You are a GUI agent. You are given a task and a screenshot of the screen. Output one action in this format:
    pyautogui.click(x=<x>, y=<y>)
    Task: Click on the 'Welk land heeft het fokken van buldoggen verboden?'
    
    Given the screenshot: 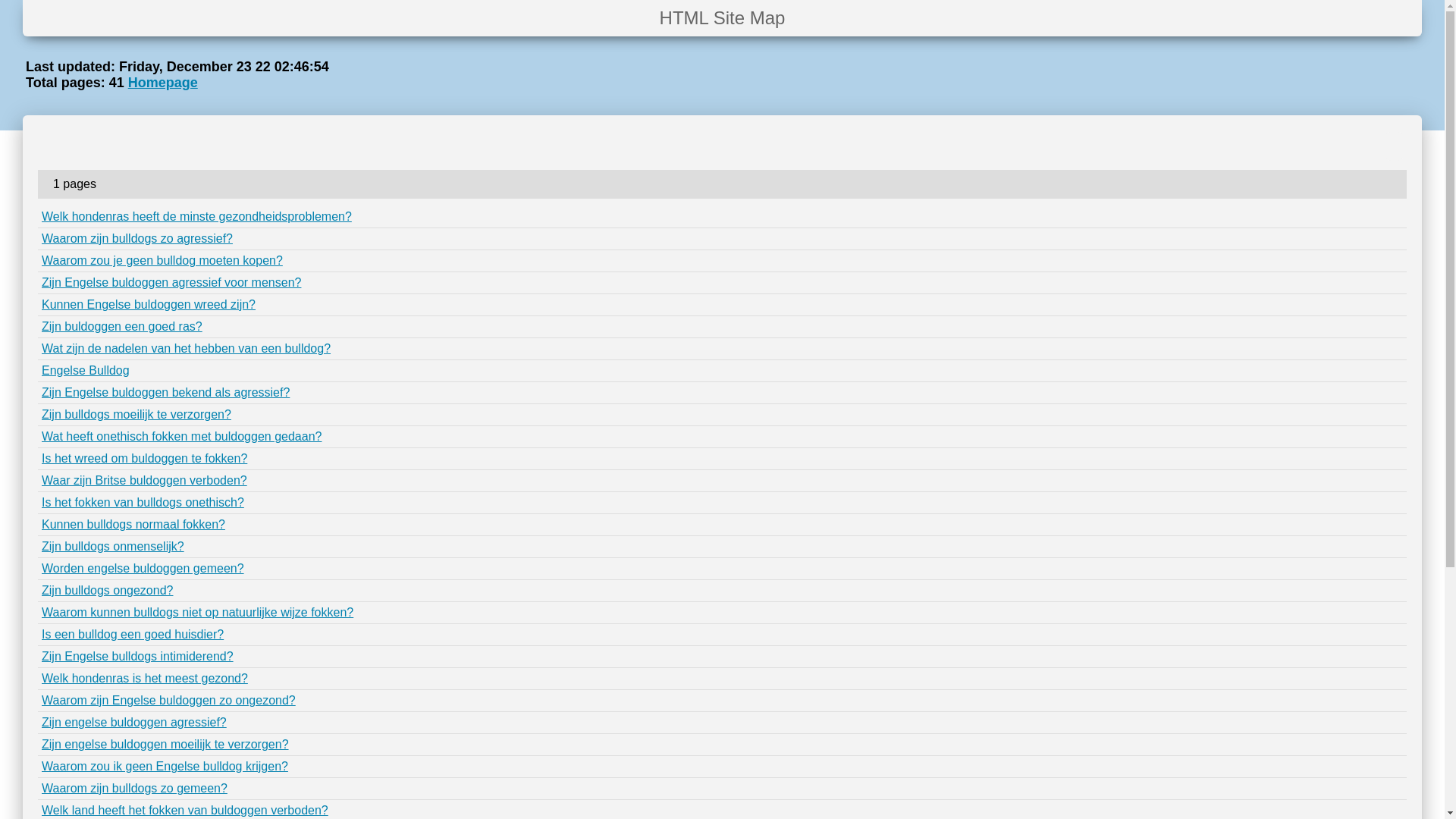 What is the action you would take?
    pyautogui.click(x=184, y=809)
    